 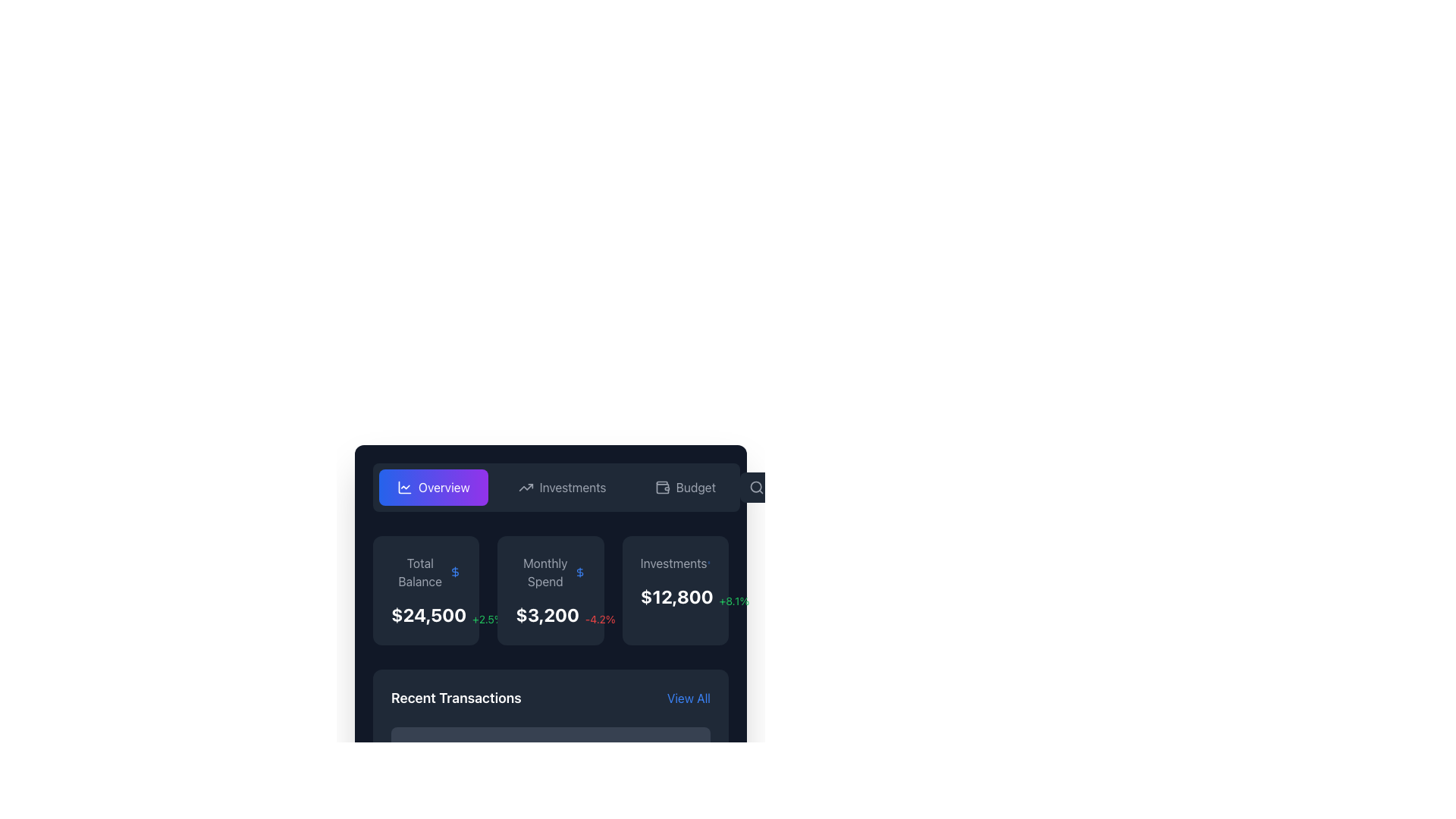 I want to click on the circular gray magnifying glass icon located near the top of the search input field, positioned to the left of the placeholder text, so click(x=757, y=488).